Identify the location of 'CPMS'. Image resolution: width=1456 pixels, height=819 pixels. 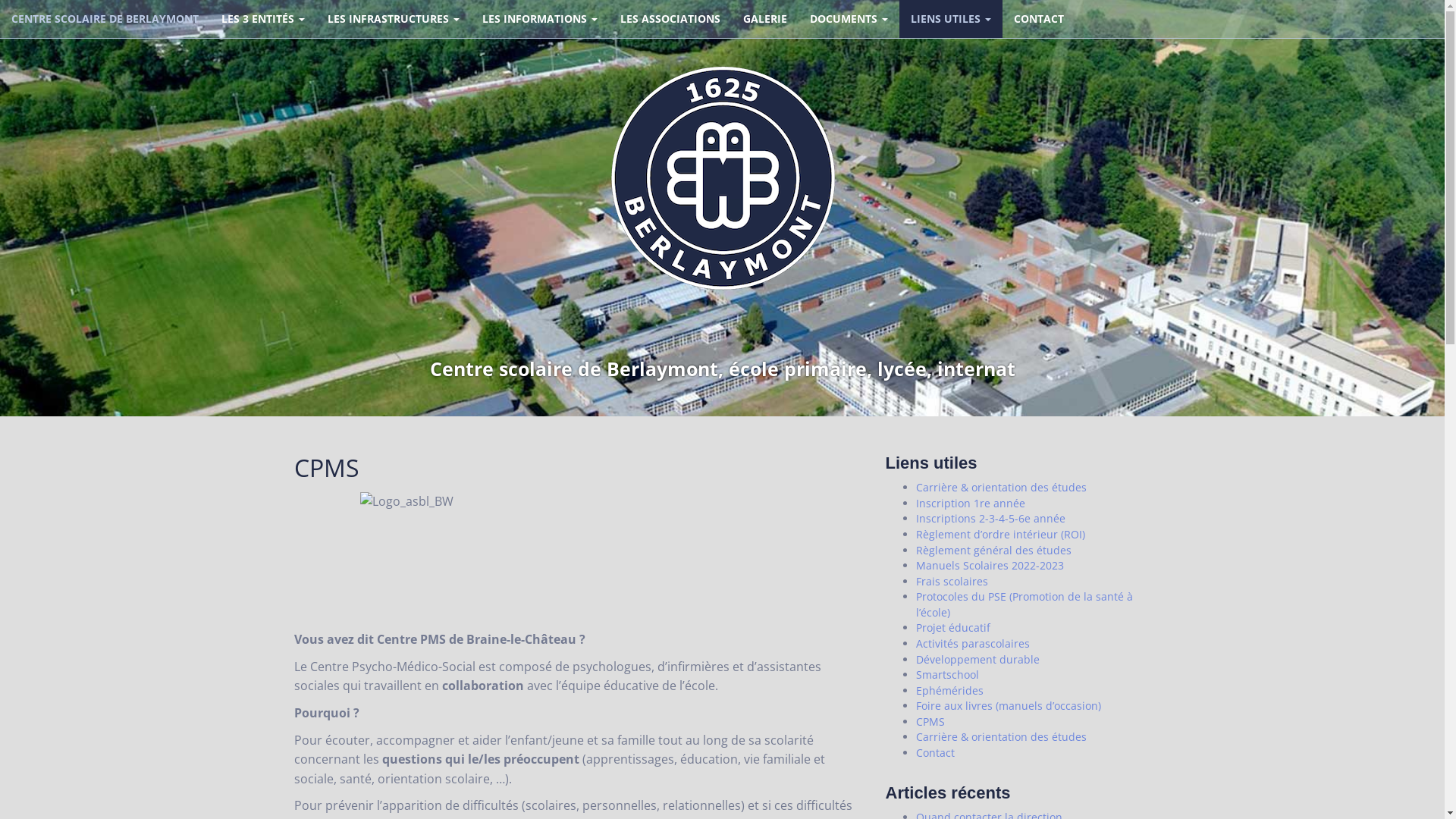
(930, 720).